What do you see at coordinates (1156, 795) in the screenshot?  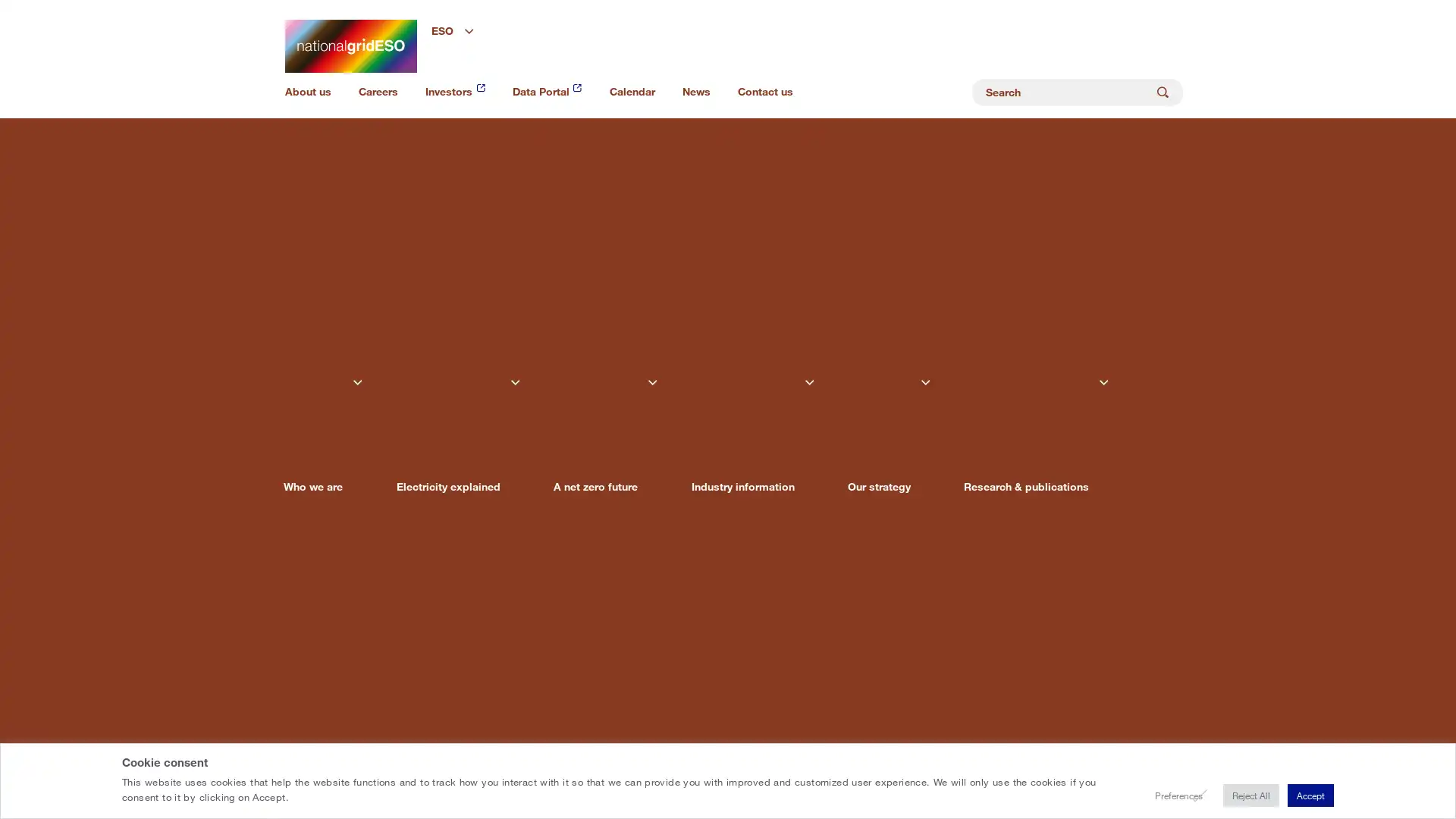 I see `Preferences` at bounding box center [1156, 795].